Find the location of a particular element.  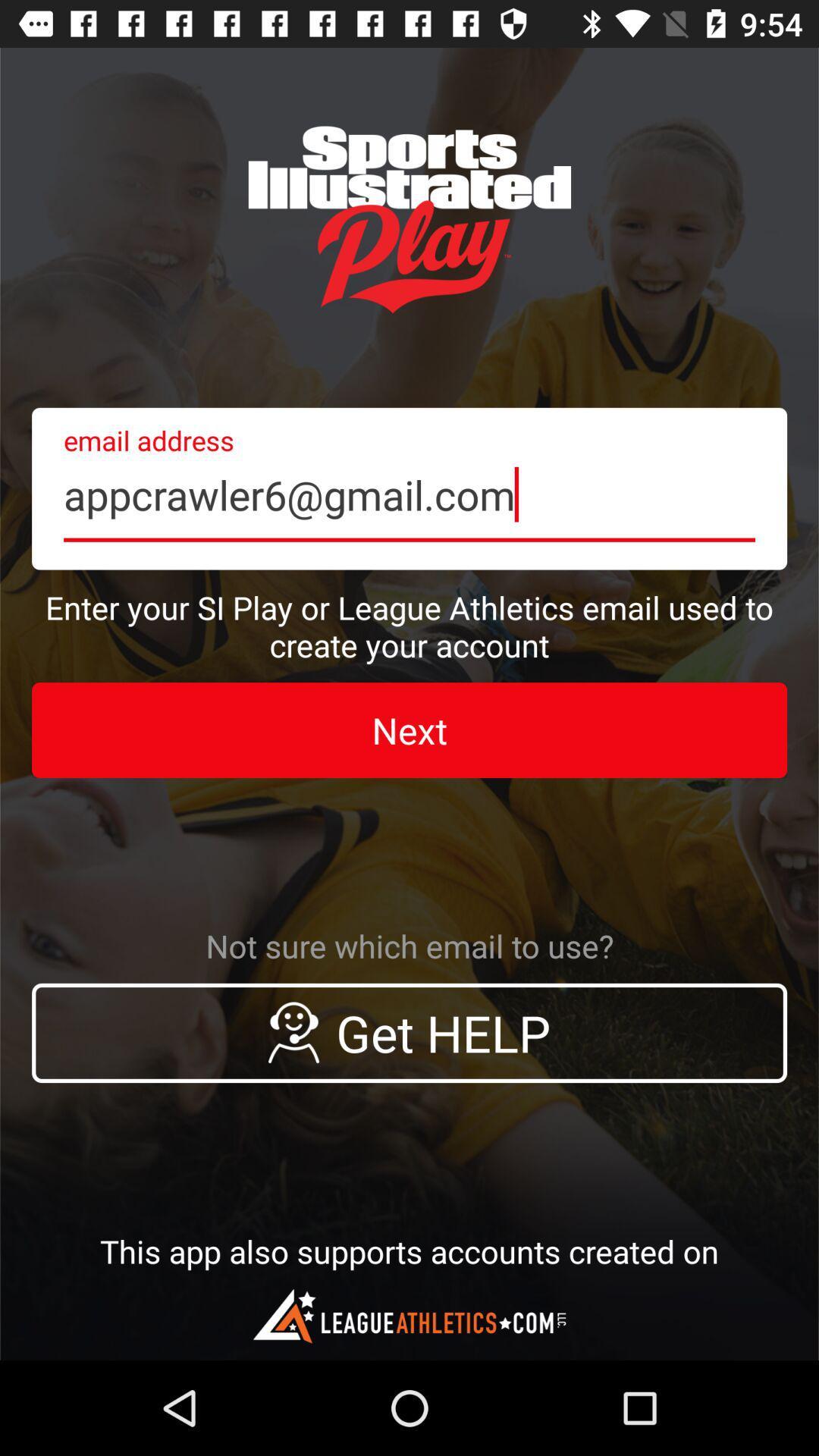

next is located at coordinates (409, 730).